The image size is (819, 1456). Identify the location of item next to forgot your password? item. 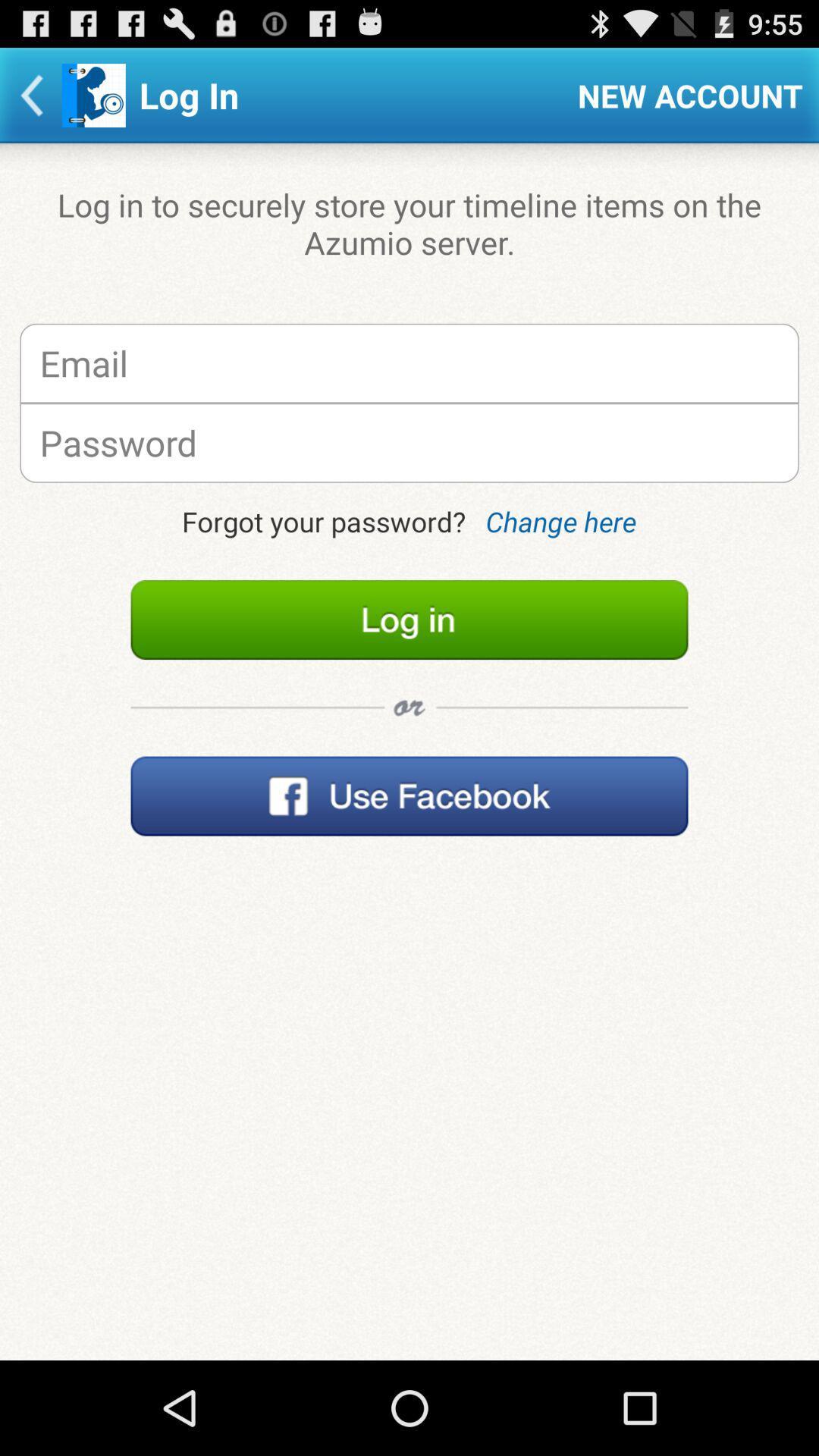
(560, 521).